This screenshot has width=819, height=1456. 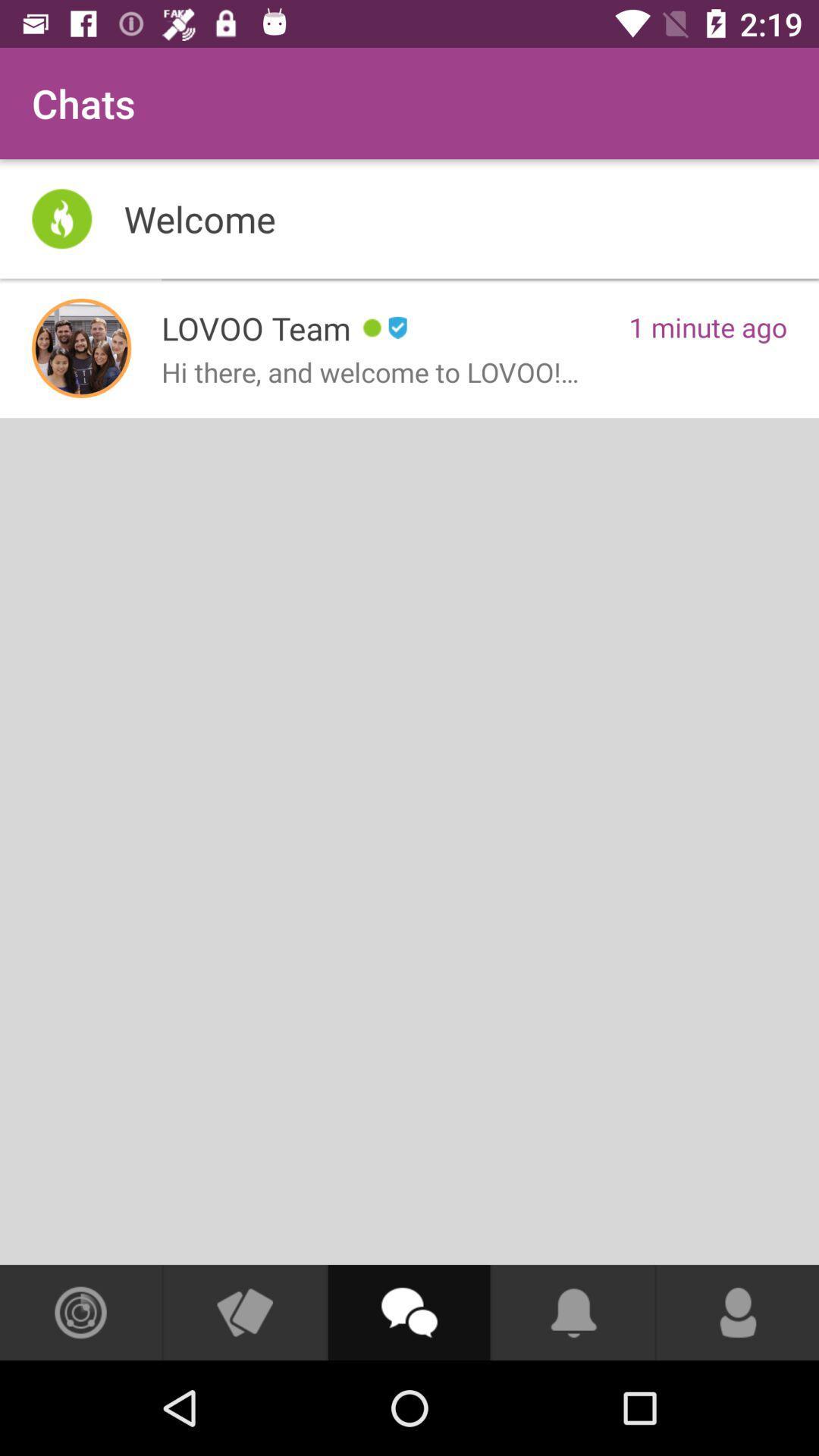 I want to click on navigate to alerts, so click(x=573, y=1312).